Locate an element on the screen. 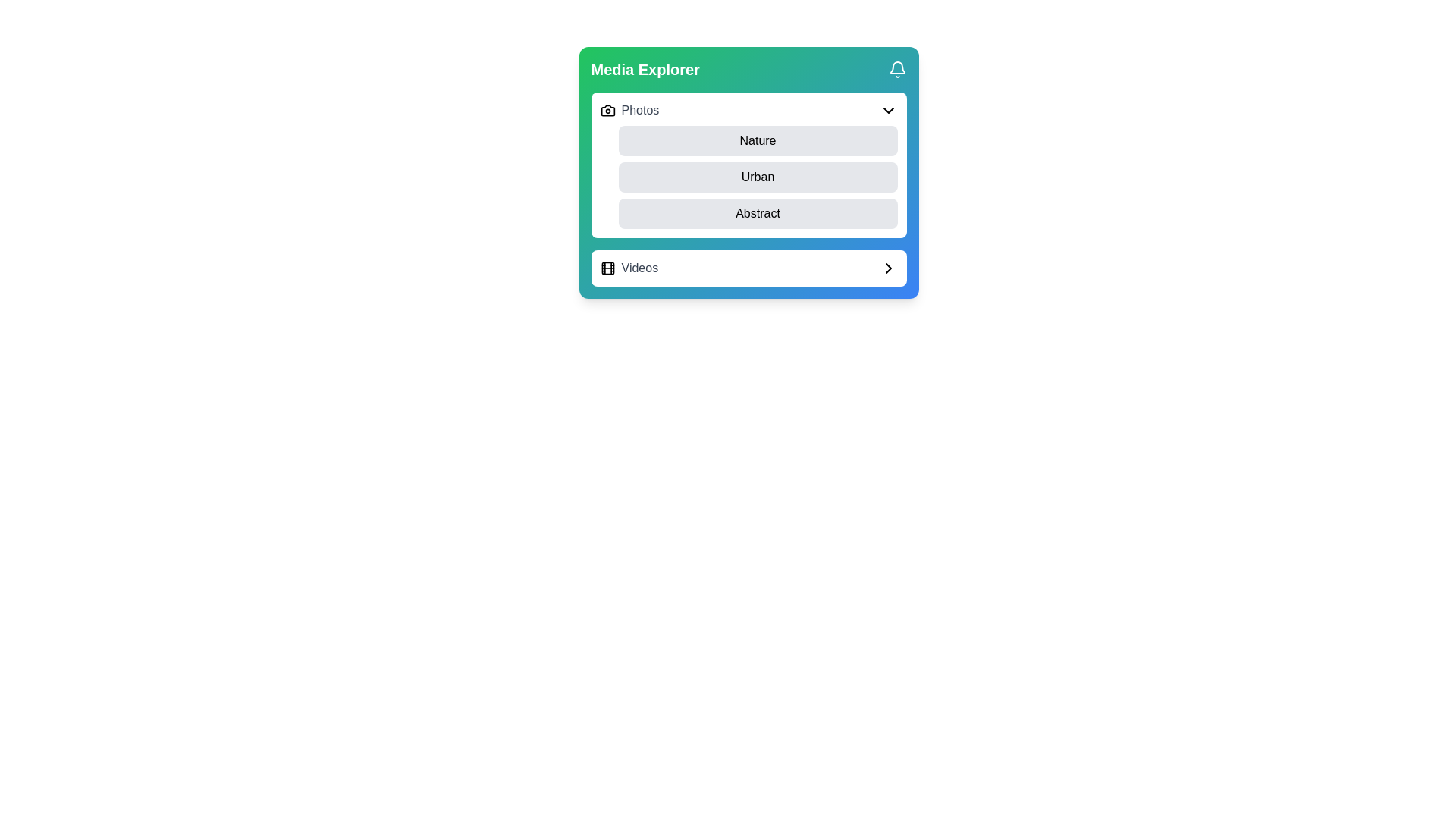 The image size is (1456, 819). the camera-shaped icon on the left side of the 'Photos' text in the Media Explorer card is located at coordinates (629, 110).